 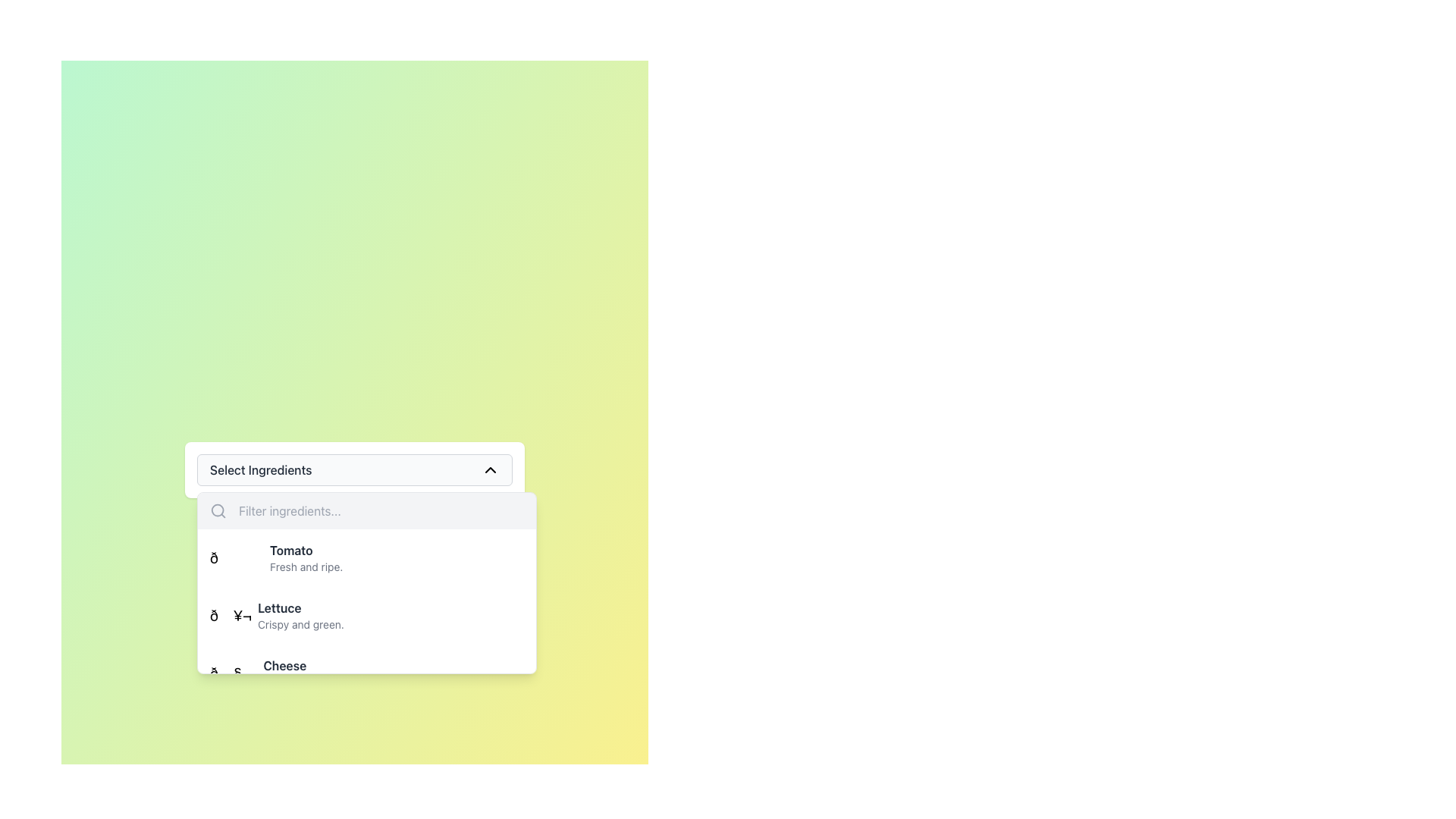 What do you see at coordinates (313, 672) in the screenshot?
I see `the 'Cheese' dropdown menu item` at bounding box center [313, 672].